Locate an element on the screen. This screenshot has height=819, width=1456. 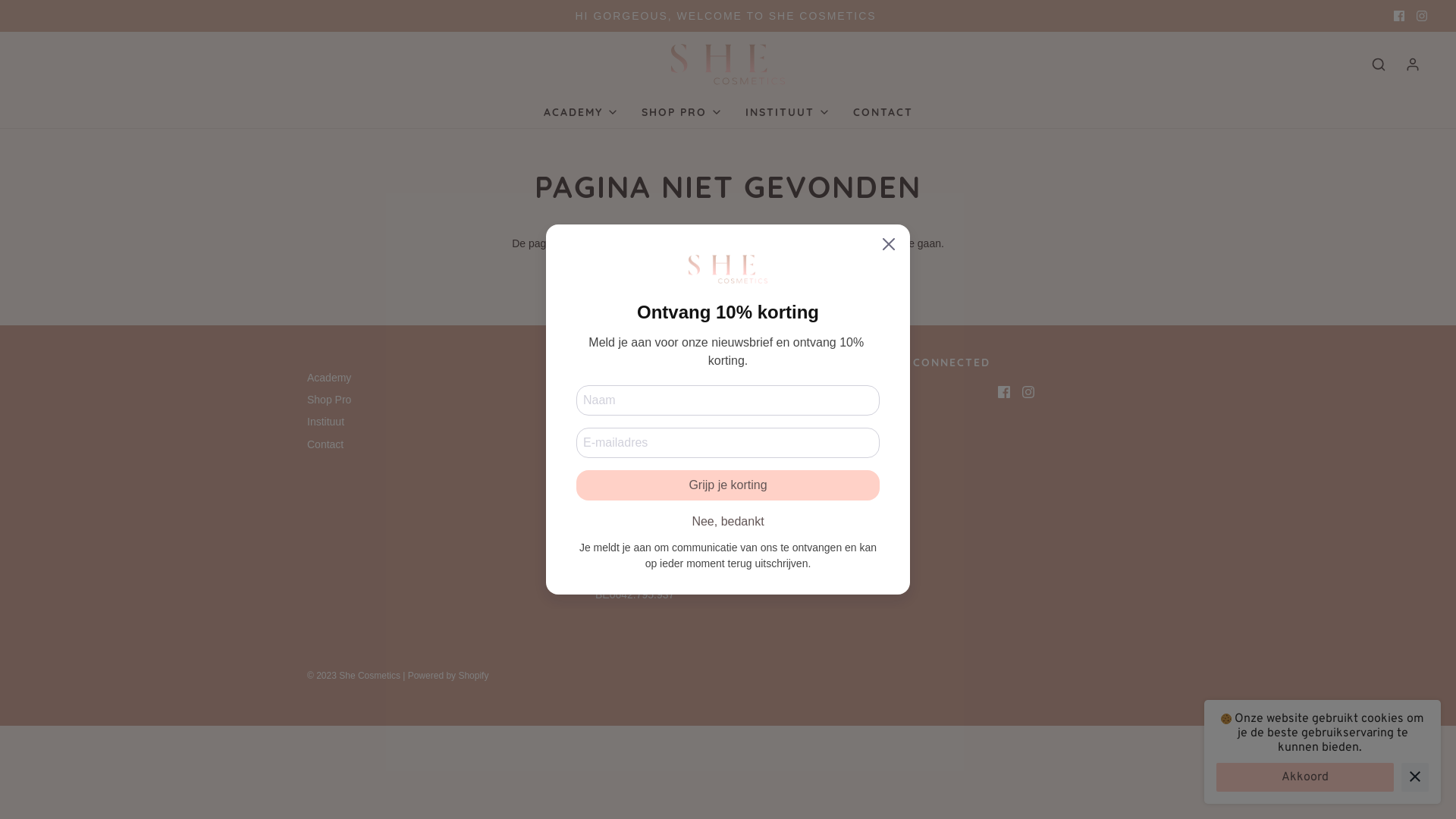
'CONTACT' is located at coordinates (852, 111).